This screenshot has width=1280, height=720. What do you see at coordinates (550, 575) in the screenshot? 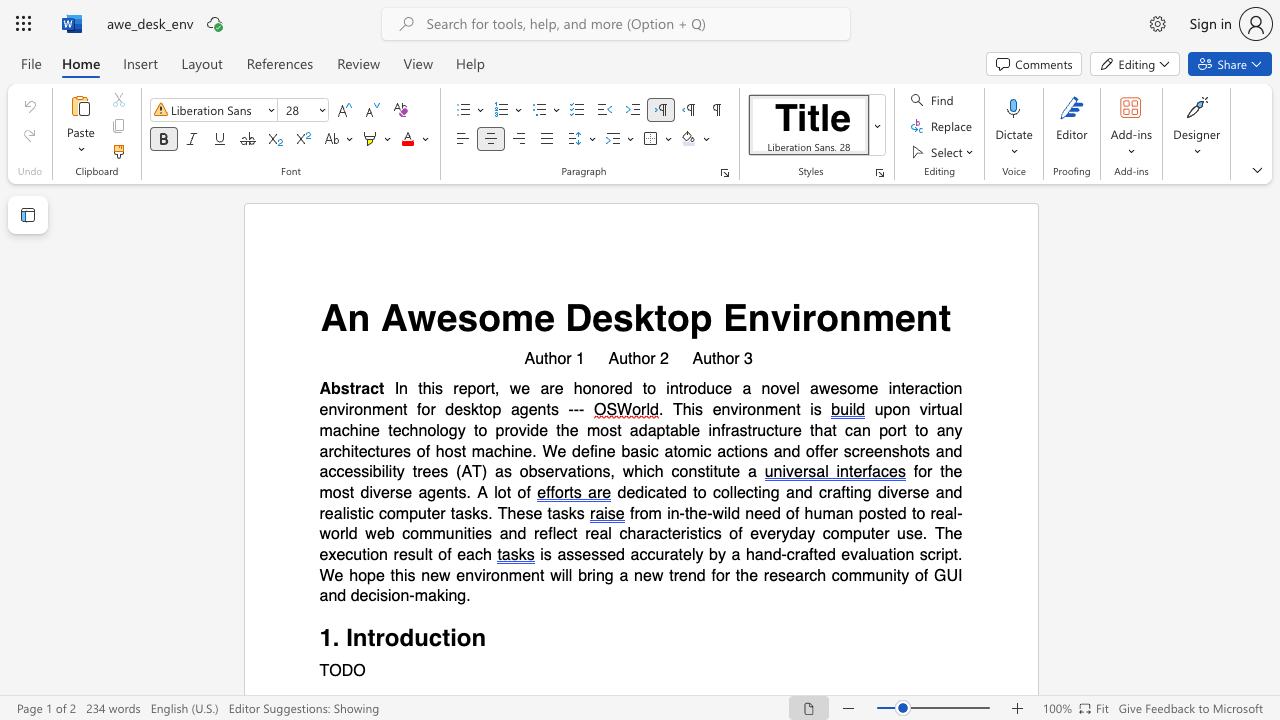
I see `the subset text "will bring a new trend for the re" within the text "will bring a new trend for the research community of GUI and decision-making."` at bounding box center [550, 575].